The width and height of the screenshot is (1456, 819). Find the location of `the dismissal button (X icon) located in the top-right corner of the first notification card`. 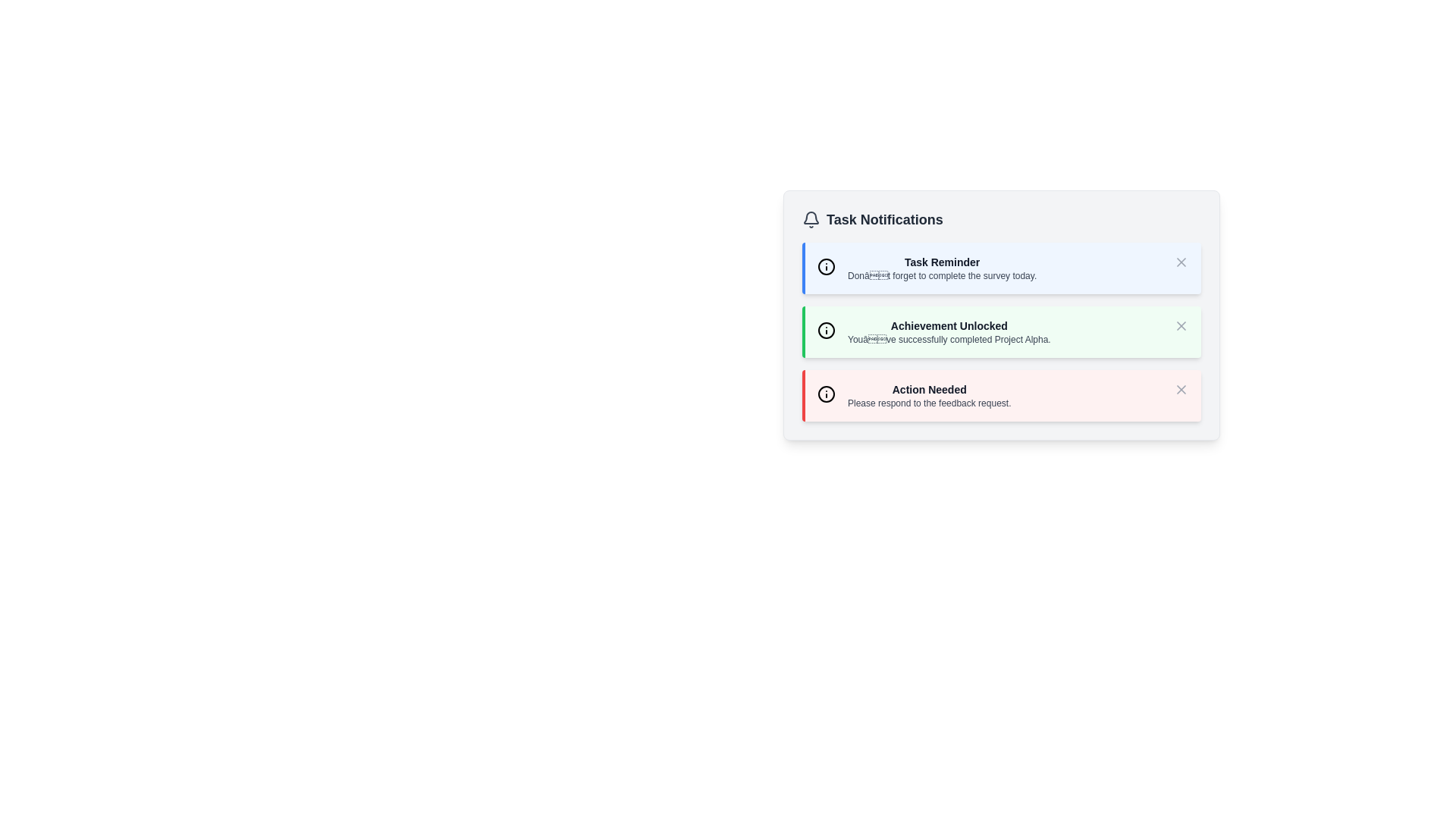

the dismissal button (X icon) located in the top-right corner of the first notification card is located at coordinates (1181, 262).